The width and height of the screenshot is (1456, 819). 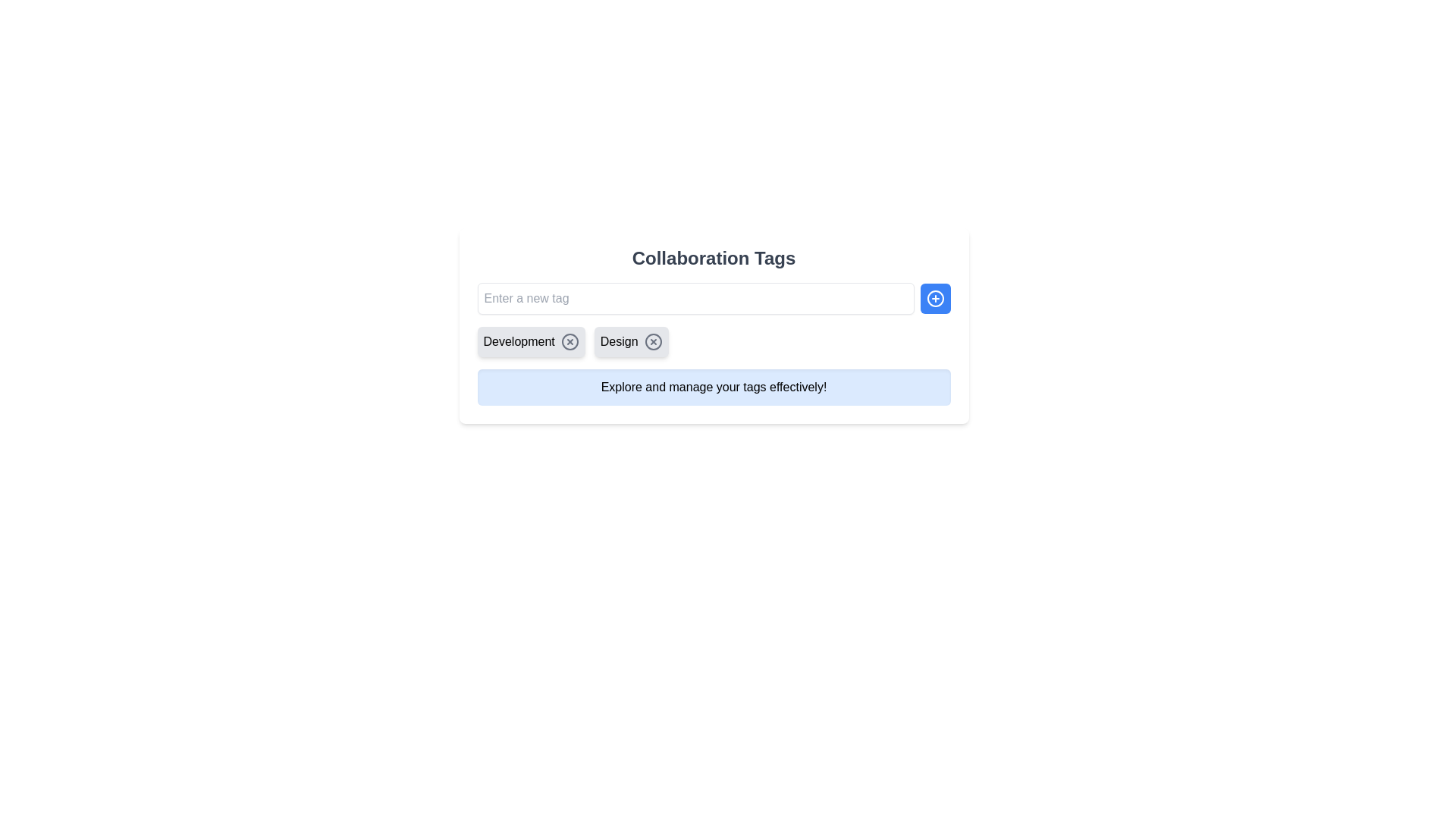 I want to click on the SVG Circle icon that is part of a '+' sign, located to the far right of a text input field, so click(x=934, y=298).